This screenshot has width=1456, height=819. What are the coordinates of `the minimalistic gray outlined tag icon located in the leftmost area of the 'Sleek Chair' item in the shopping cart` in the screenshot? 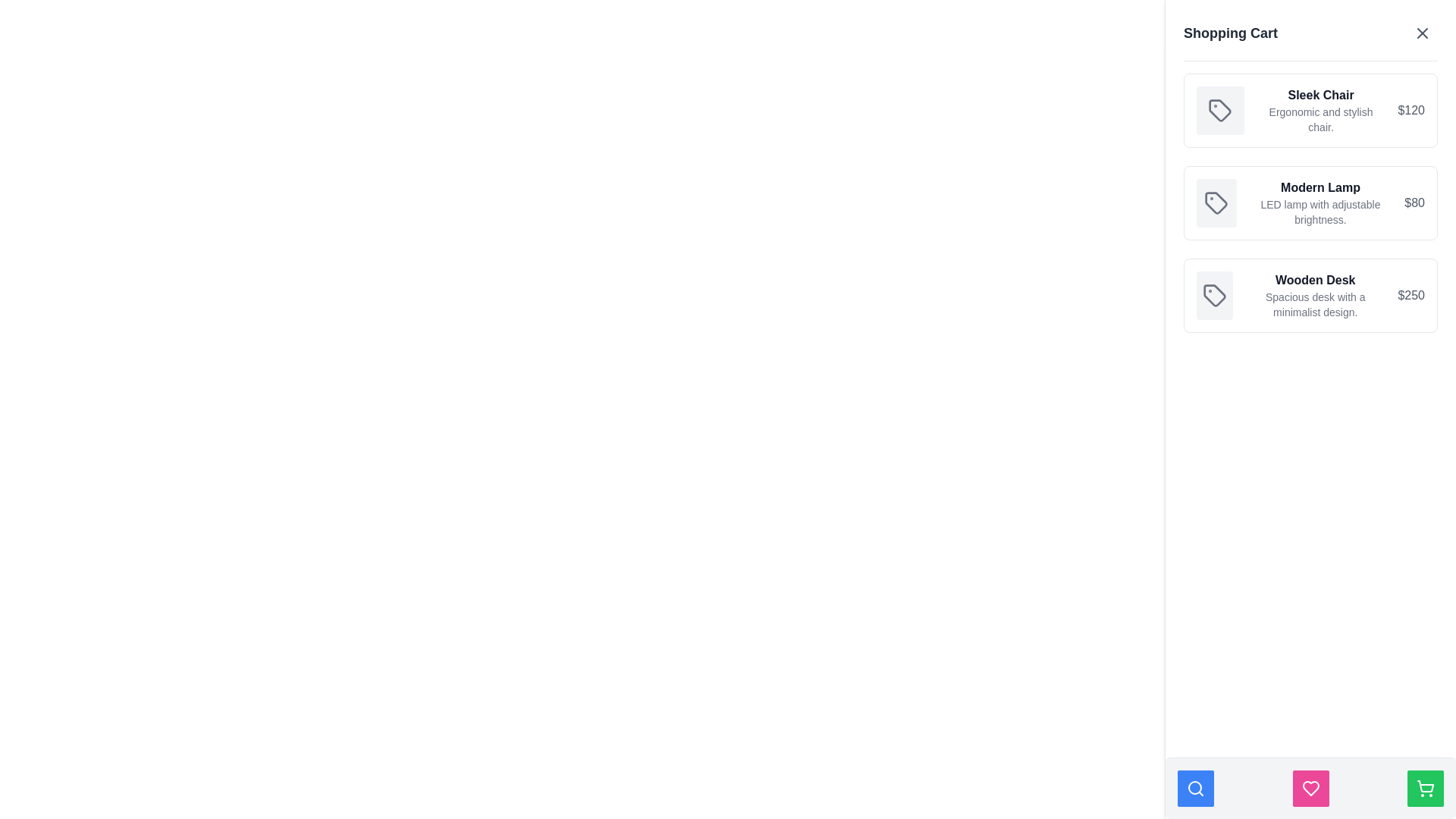 It's located at (1220, 110).